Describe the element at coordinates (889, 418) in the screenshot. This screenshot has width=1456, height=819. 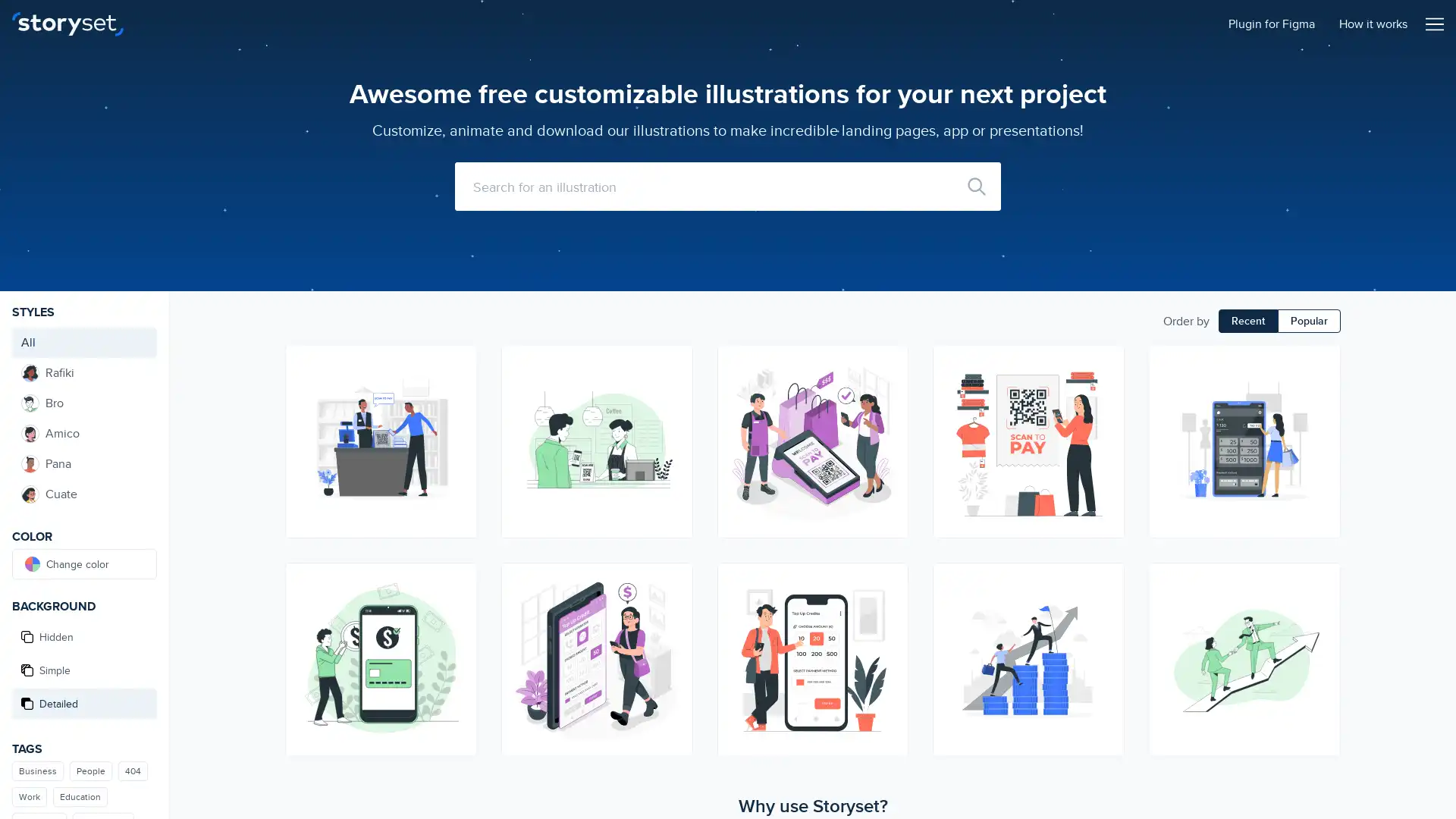
I see `Pinterest icon Save` at that location.